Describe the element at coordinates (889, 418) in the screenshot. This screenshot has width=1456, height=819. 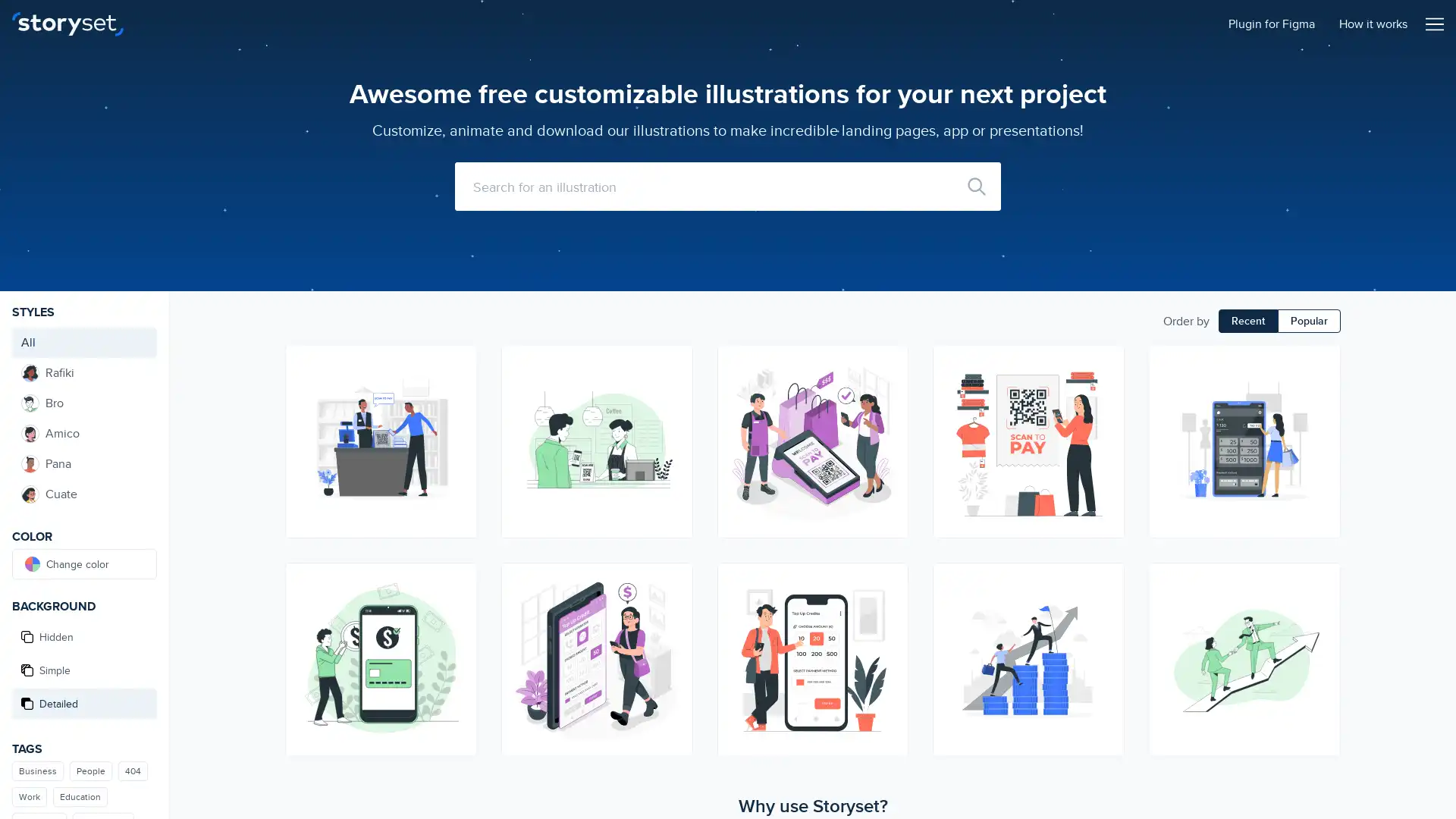
I see `Pinterest icon Save` at that location.